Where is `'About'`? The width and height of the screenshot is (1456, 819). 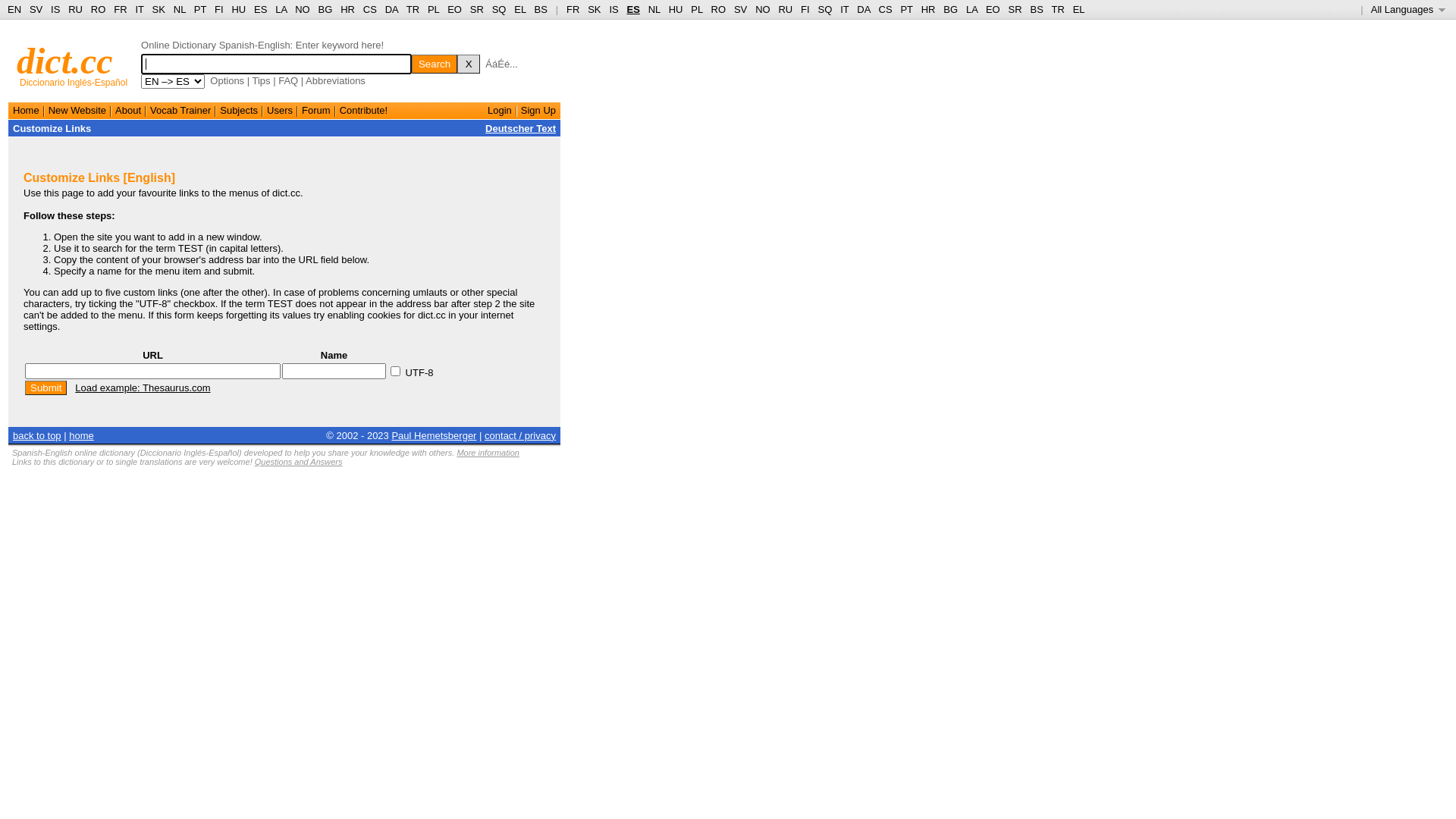
'About' is located at coordinates (127, 109).